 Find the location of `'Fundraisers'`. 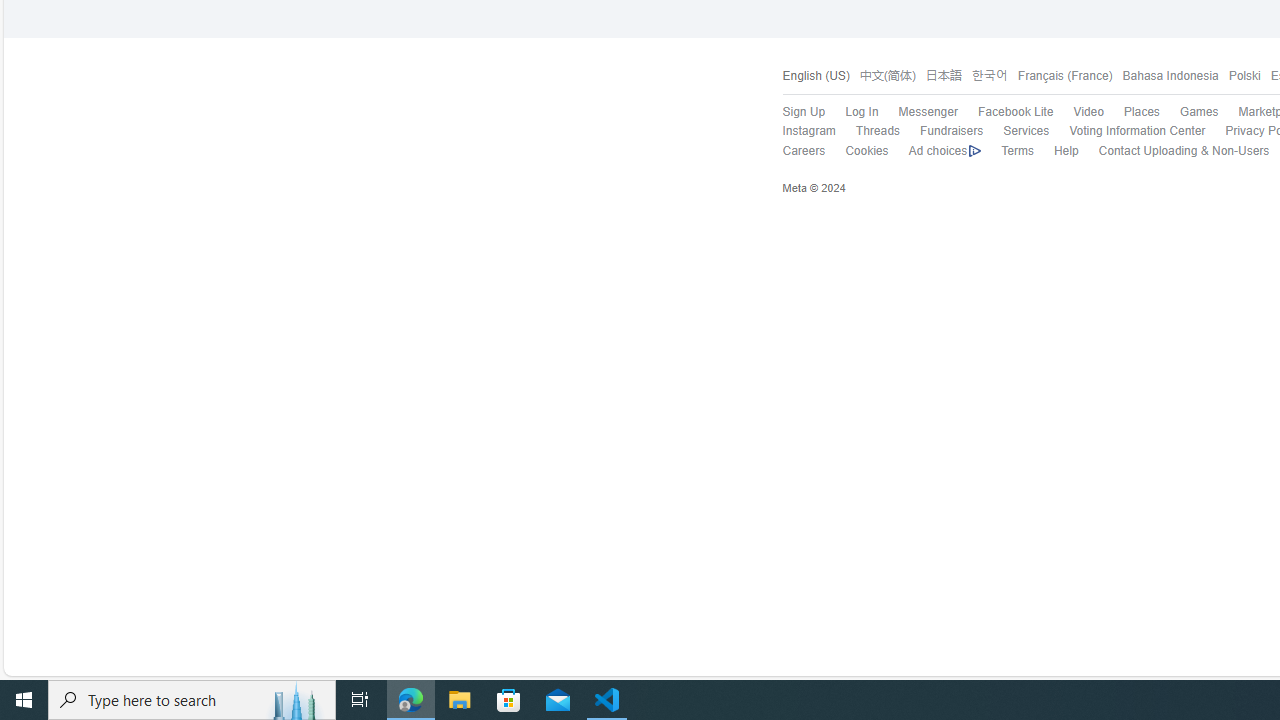

'Fundraisers' is located at coordinates (950, 131).